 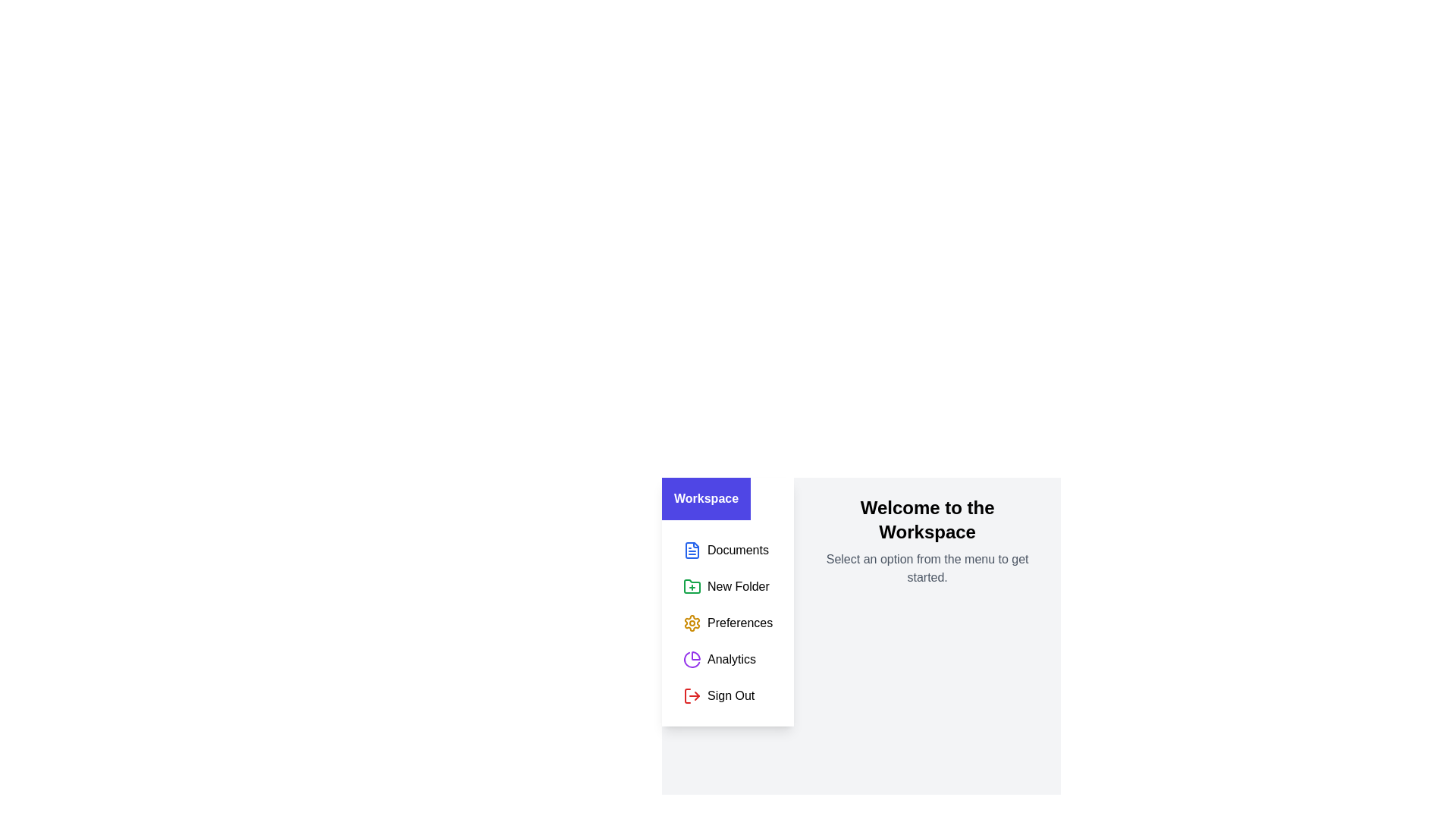 I want to click on the menu item corresponding to Analytics, so click(x=728, y=659).